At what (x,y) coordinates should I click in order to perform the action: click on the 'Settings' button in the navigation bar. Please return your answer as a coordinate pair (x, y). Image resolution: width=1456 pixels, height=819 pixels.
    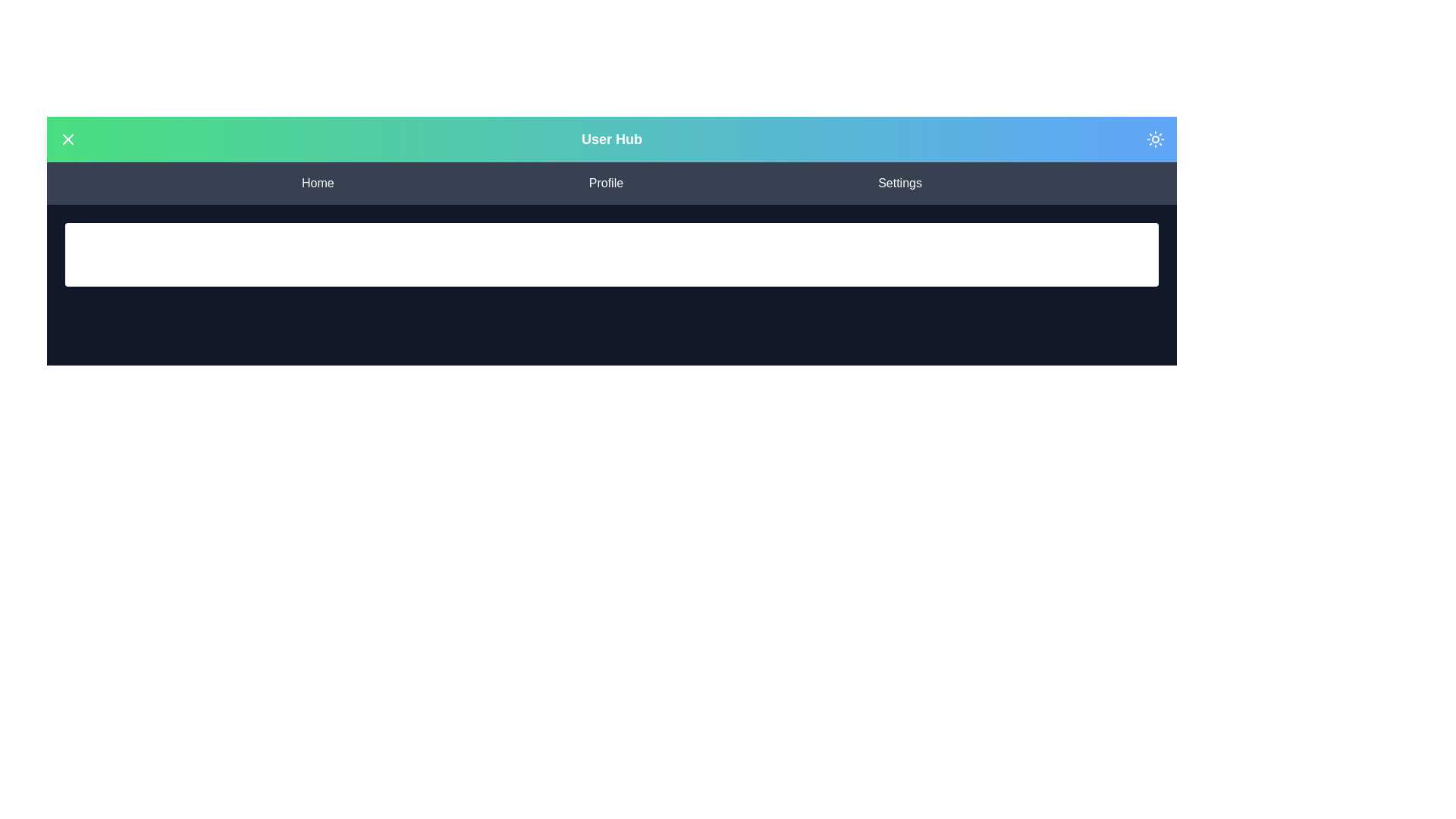
    Looking at the image, I should click on (899, 183).